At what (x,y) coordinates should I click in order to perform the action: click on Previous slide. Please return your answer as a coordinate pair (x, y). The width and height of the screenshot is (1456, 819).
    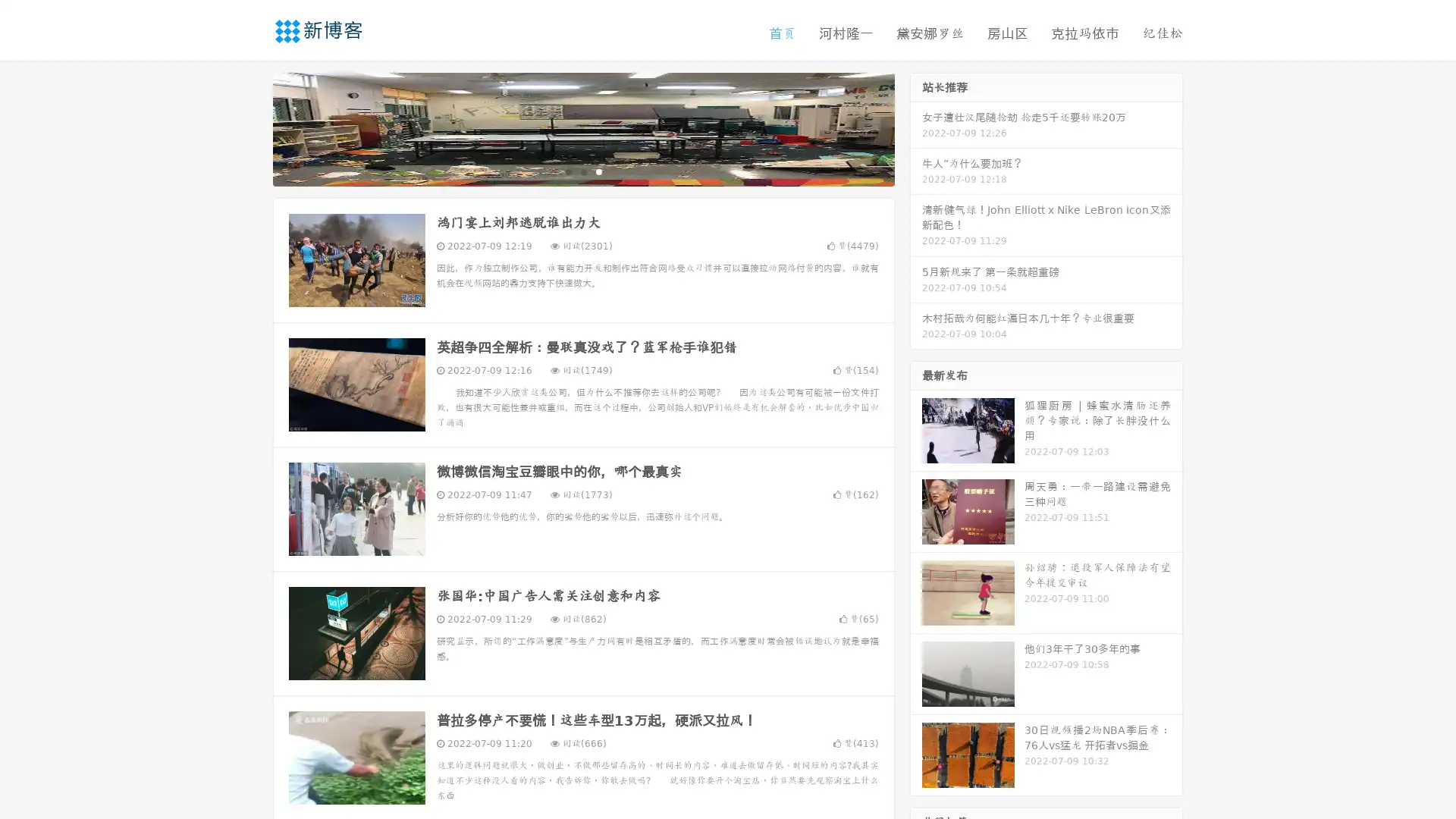
    Looking at the image, I should click on (250, 127).